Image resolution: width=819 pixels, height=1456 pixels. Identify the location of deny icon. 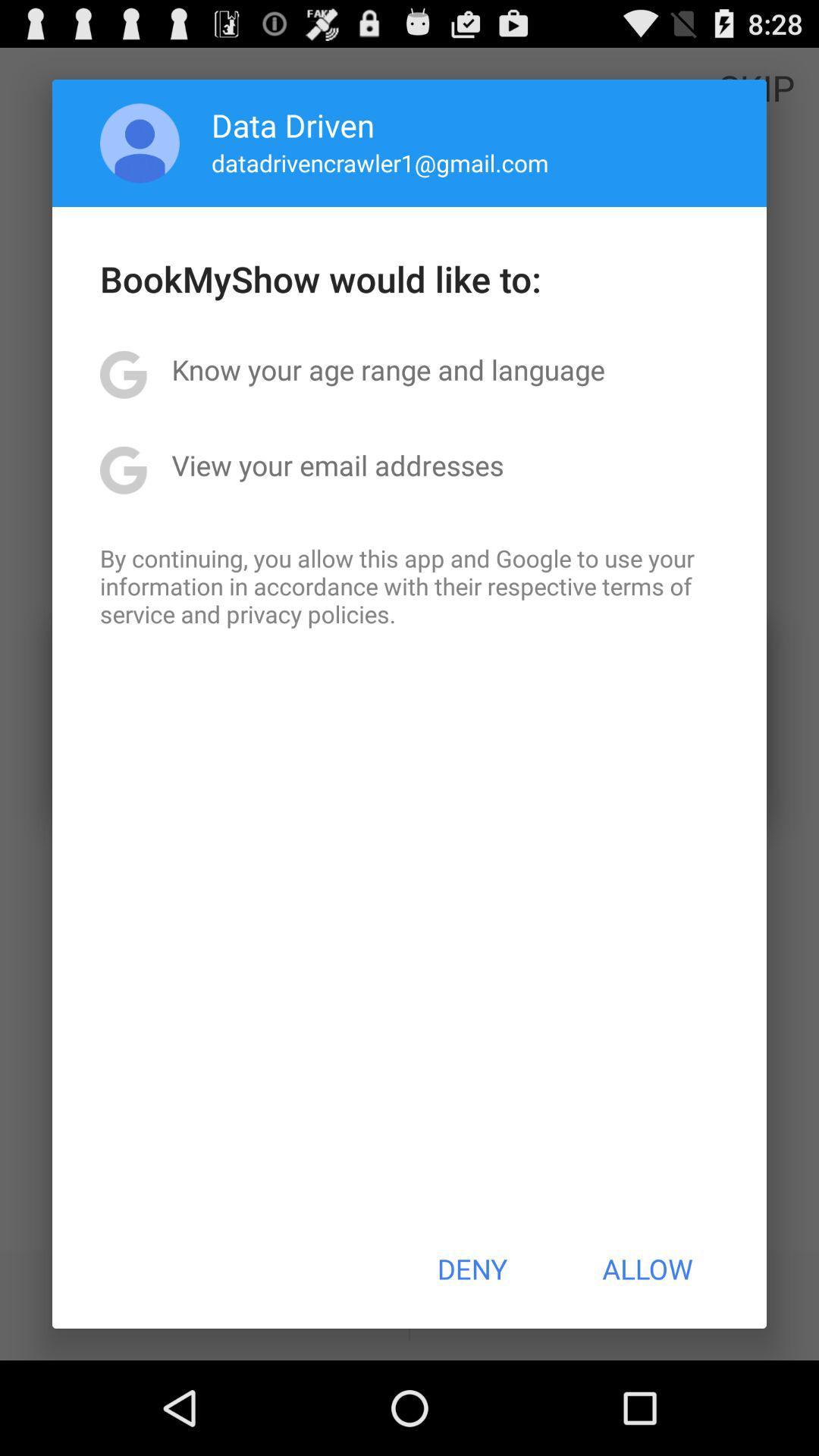
(471, 1269).